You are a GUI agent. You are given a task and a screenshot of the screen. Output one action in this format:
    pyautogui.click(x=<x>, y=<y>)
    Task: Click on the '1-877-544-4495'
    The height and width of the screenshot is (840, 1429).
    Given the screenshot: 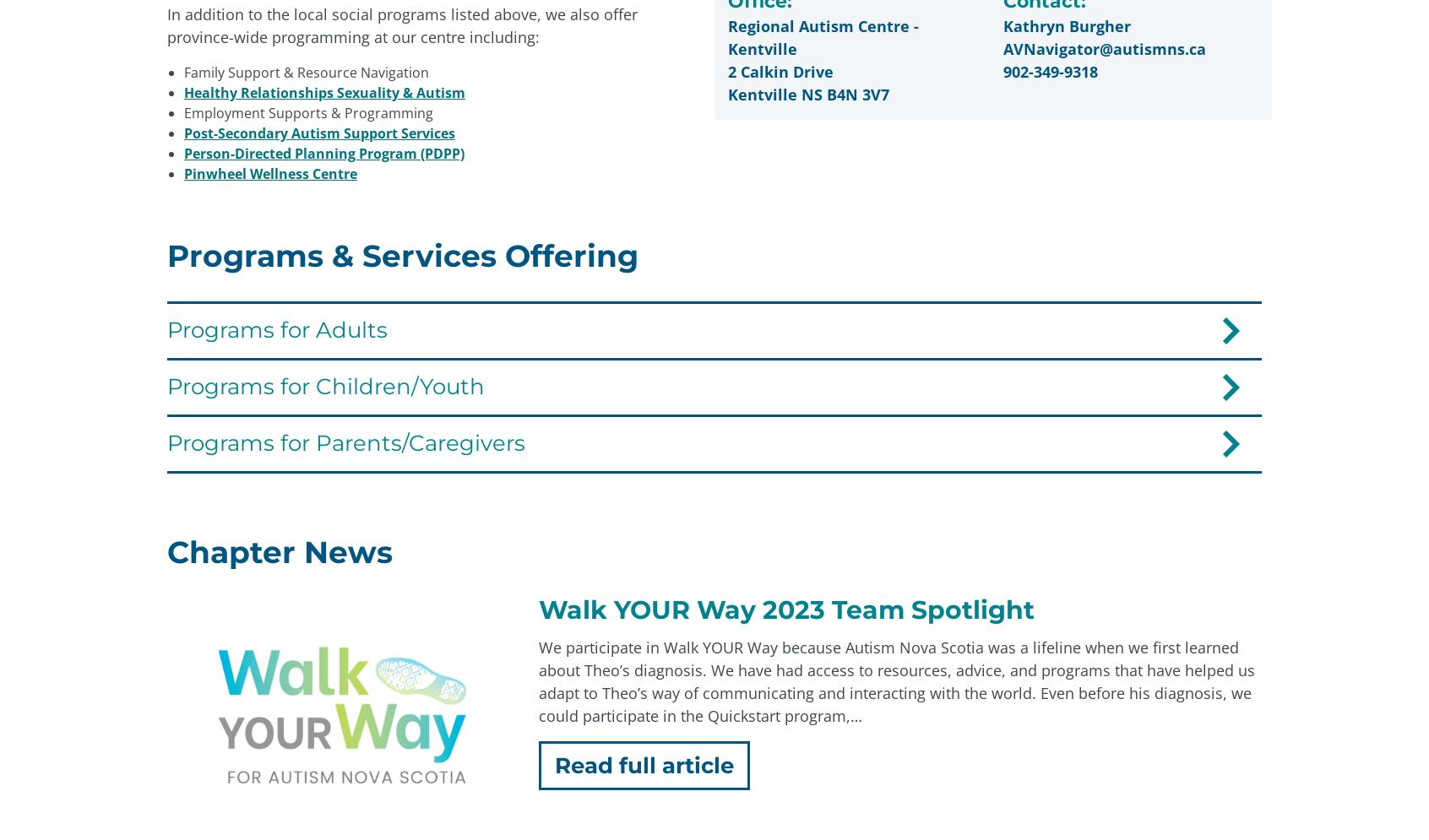 What is the action you would take?
    pyautogui.click(x=504, y=742)
    